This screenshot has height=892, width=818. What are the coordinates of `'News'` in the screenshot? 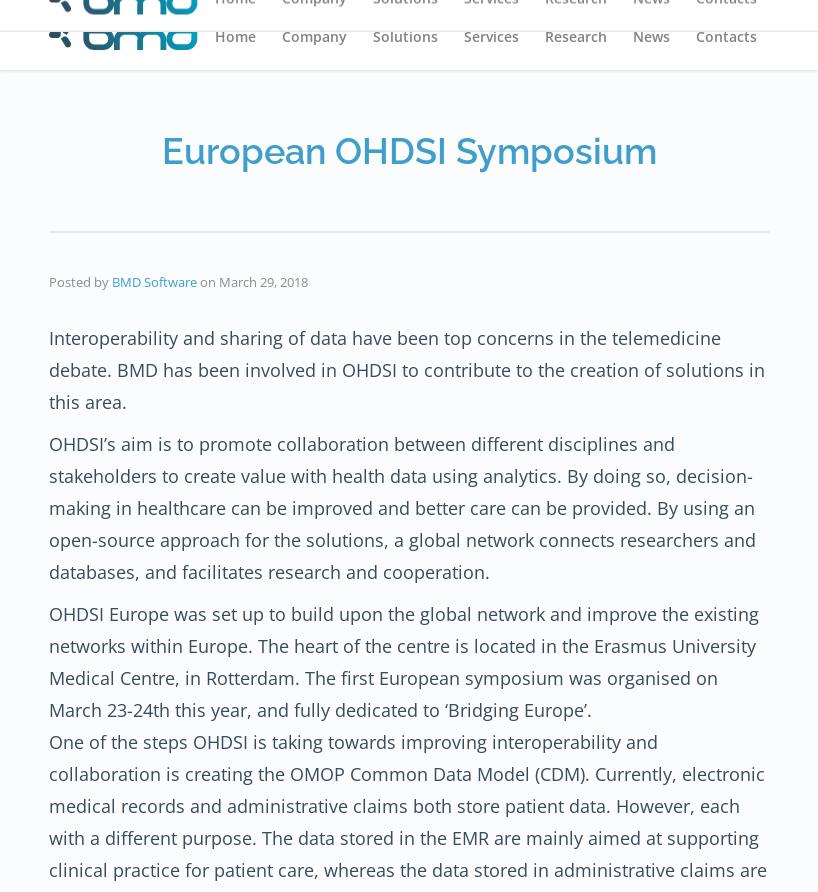 It's located at (632, 36).